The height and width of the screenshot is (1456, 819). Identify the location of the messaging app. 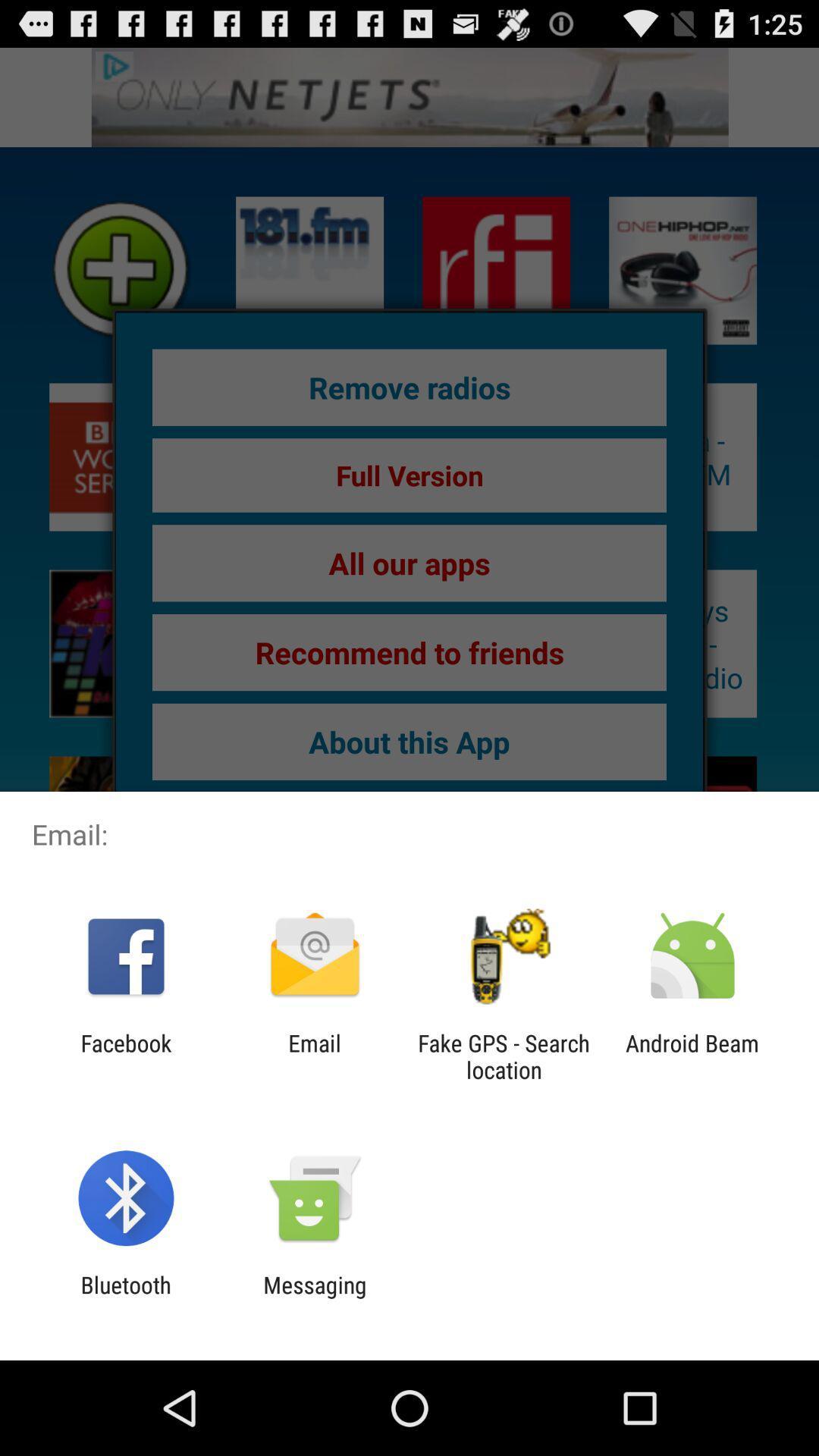
(314, 1298).